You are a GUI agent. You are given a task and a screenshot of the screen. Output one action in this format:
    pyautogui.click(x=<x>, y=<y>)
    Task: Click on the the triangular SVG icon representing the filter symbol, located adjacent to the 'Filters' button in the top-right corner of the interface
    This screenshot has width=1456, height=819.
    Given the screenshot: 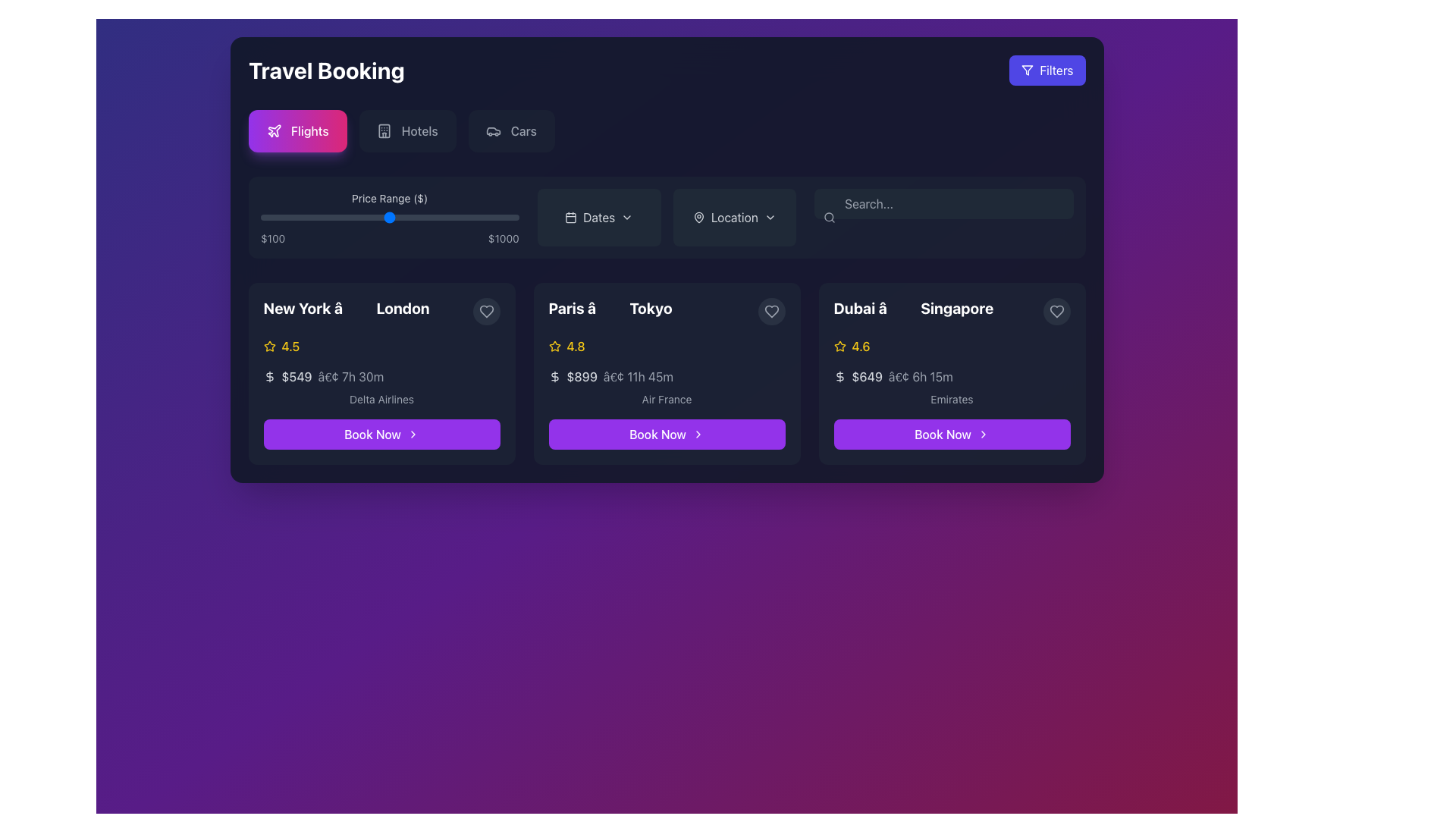 What is the action you would take?
    pyautogui.click(x=1028, y=70)
    